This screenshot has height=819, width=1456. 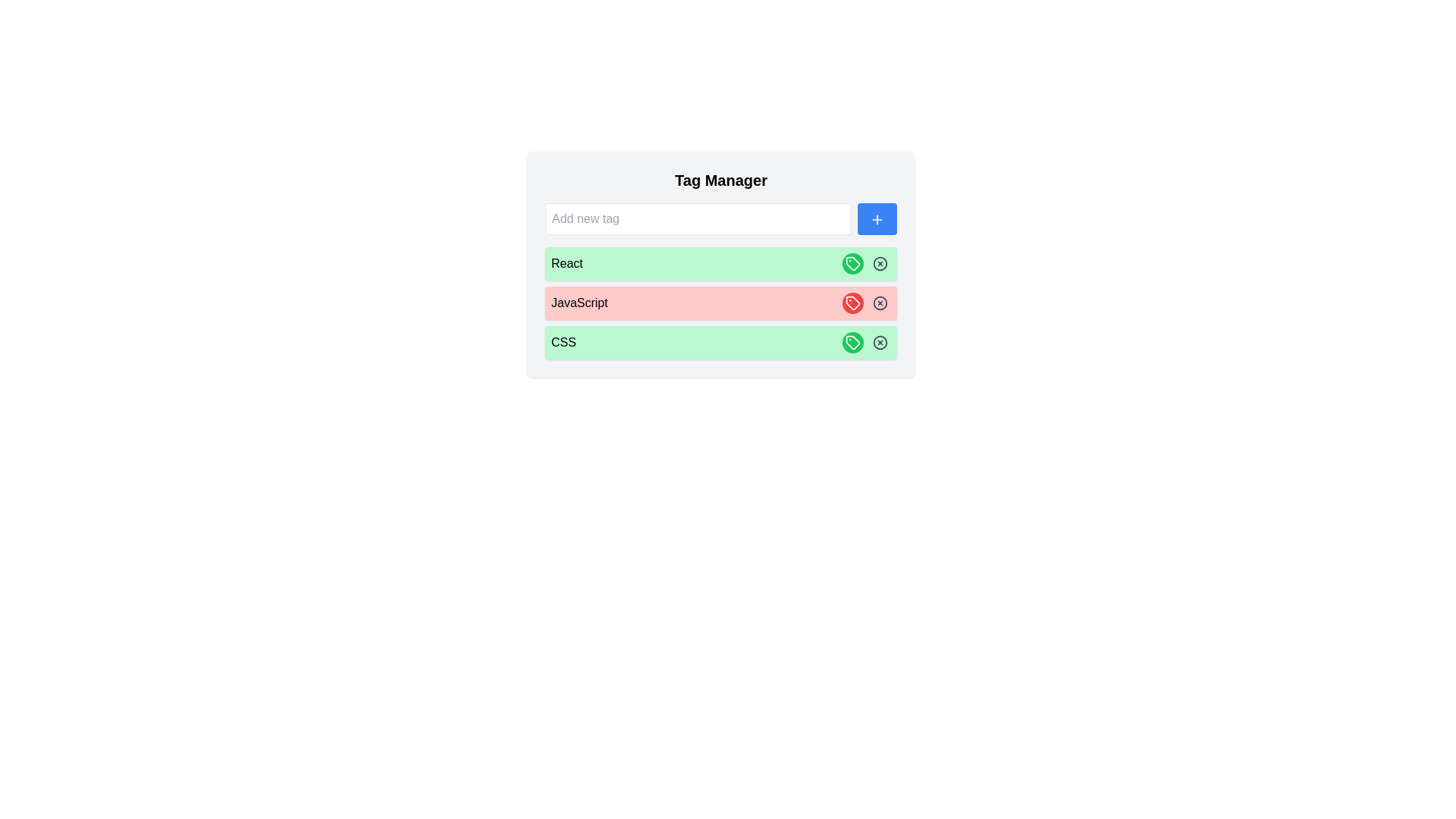 What do you see at coordinates (880, 342) in the screenshot?
I see `'Delete' button for the tag labeled CSS` at bounding box center [880, 342].